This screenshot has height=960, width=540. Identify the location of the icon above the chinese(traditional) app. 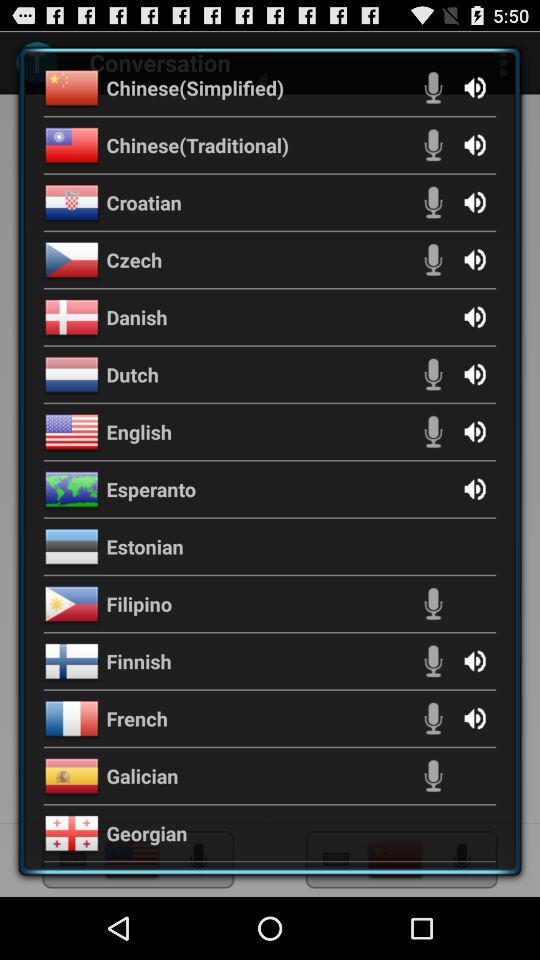
(195, 87).